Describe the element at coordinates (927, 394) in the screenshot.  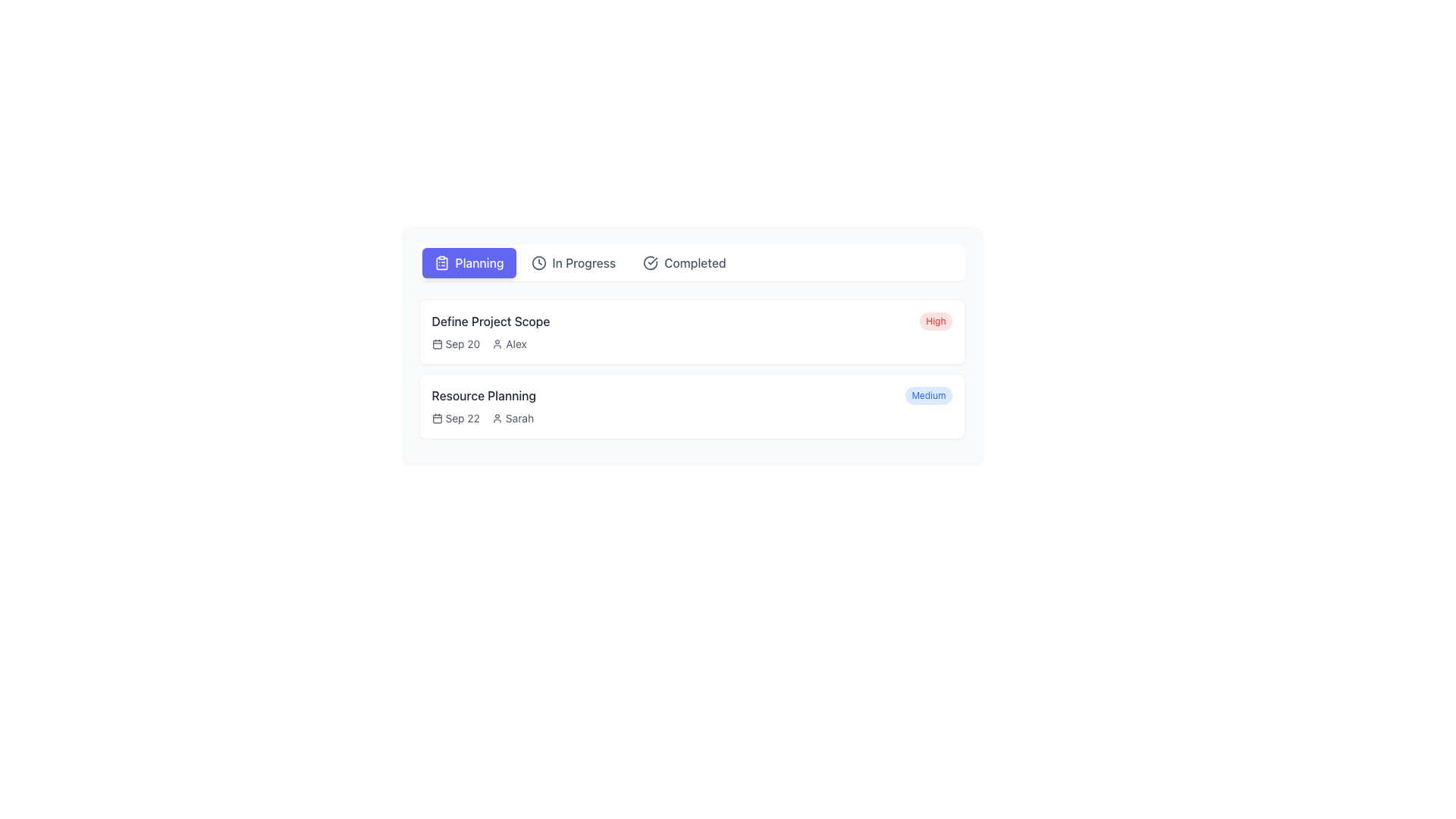
I see `the text of the 'Medium' priority label located to the far right of the 'Resource Planning' entry in the task listing` at that location.